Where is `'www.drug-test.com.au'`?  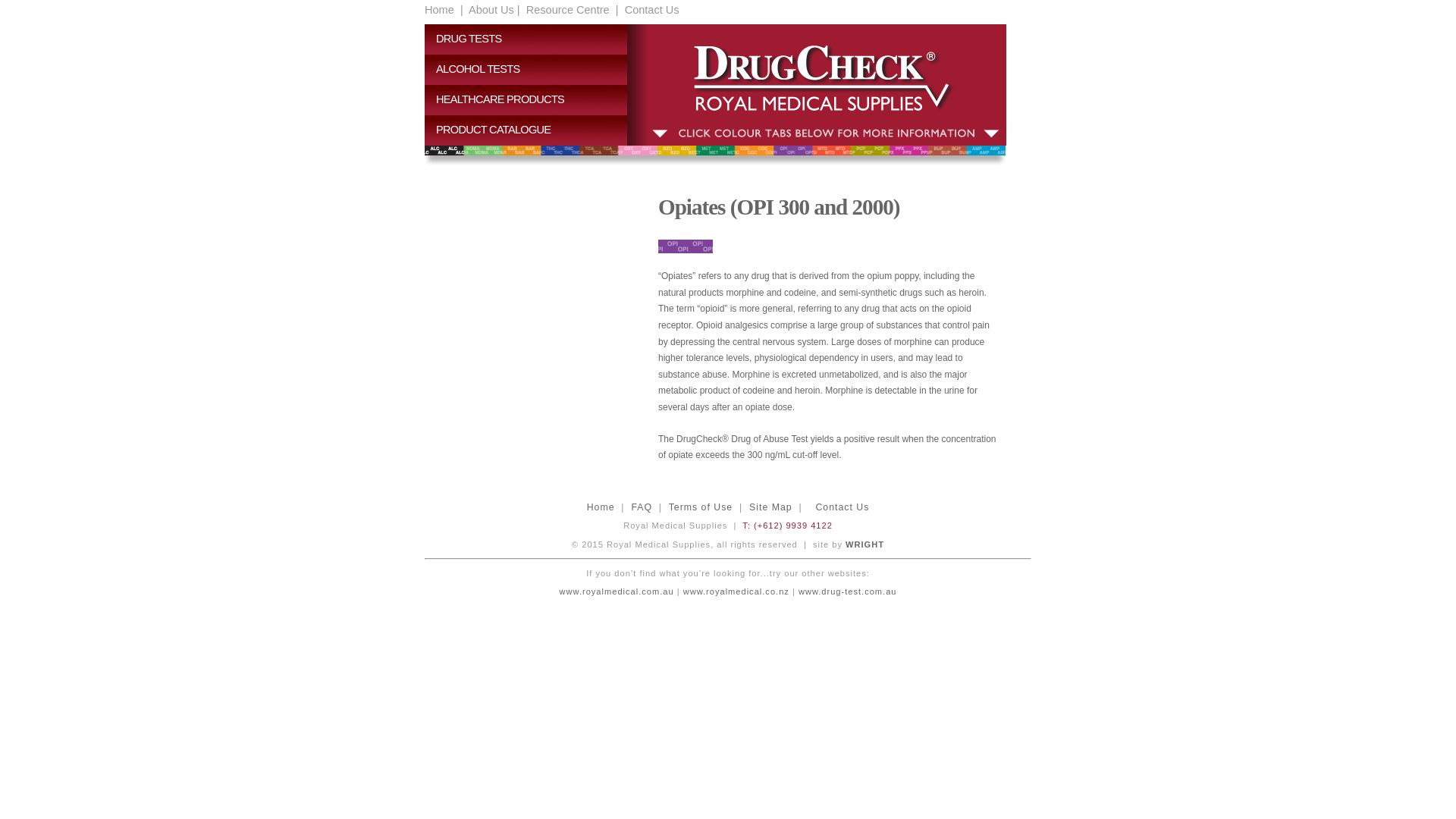
'www.drug-test.com.au' is located at coordinates (846, 590).